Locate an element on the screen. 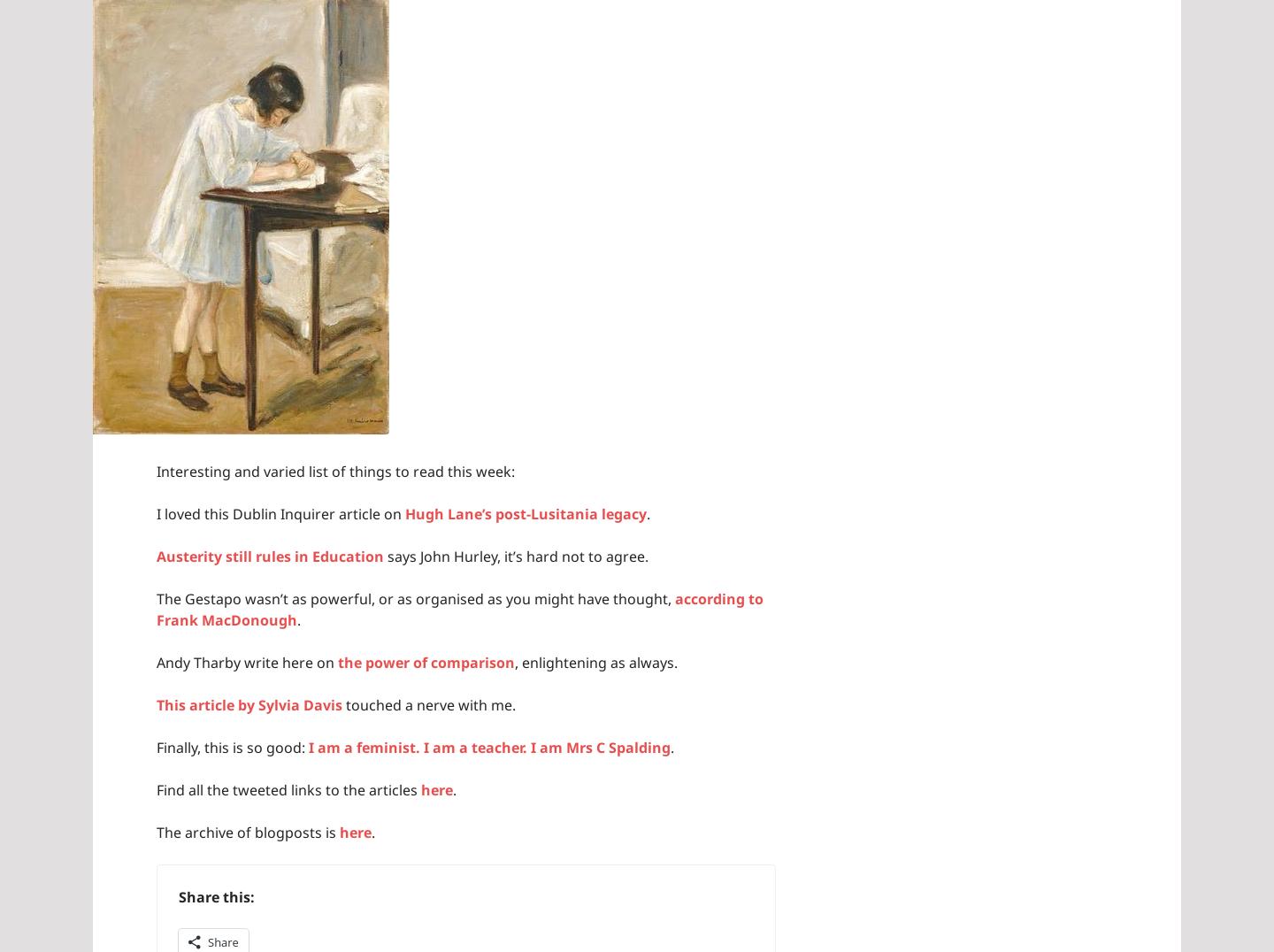 This screenshot has width=1274, height=952. 'touched a nerve with me.' is located at coordinates (427, 704).